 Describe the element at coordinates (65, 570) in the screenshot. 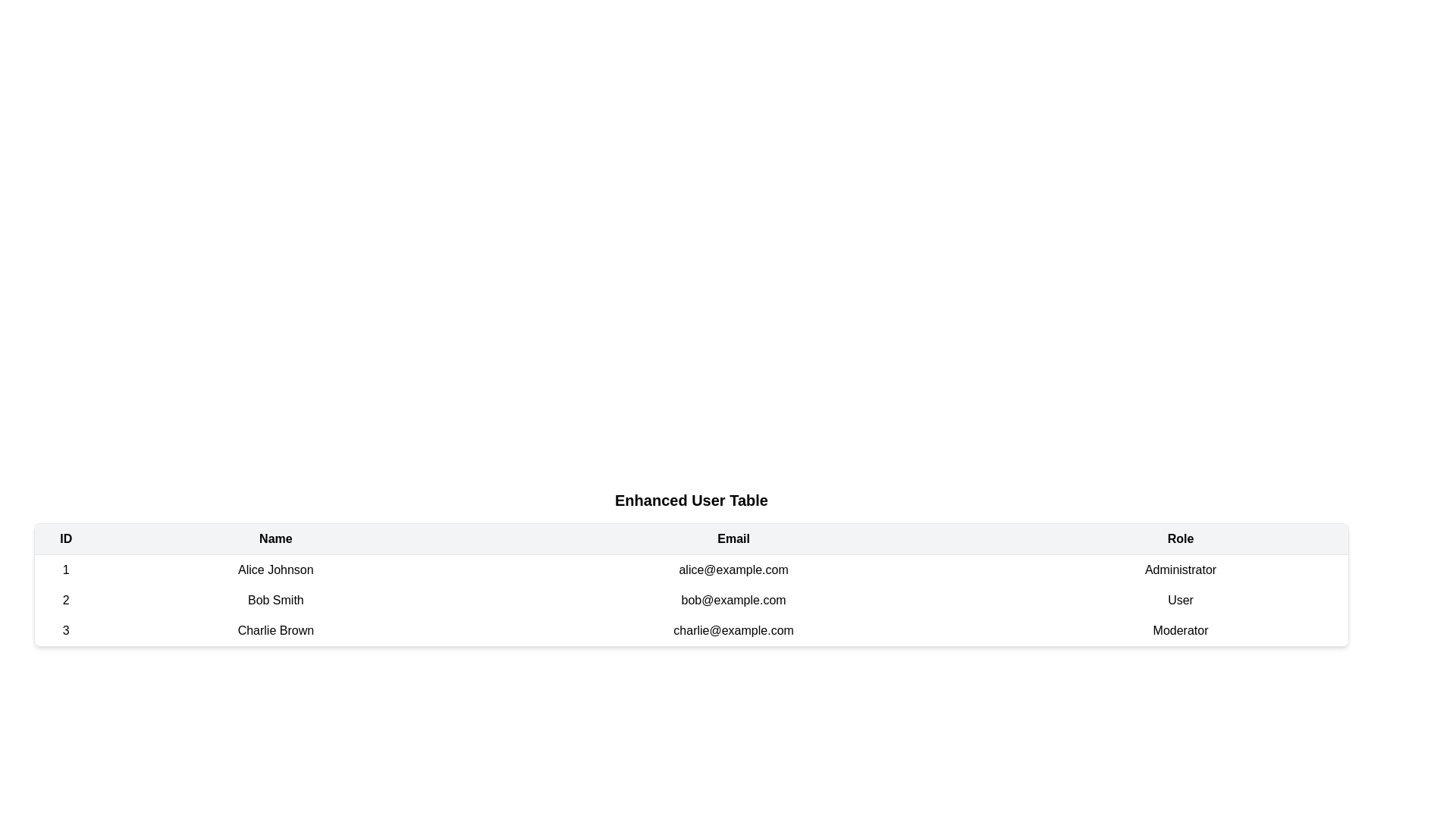

I see `the Text label that serves as an identifier for the corresponding data row in the first column of the first data row of the table, located under the 'ID' header` at that location.